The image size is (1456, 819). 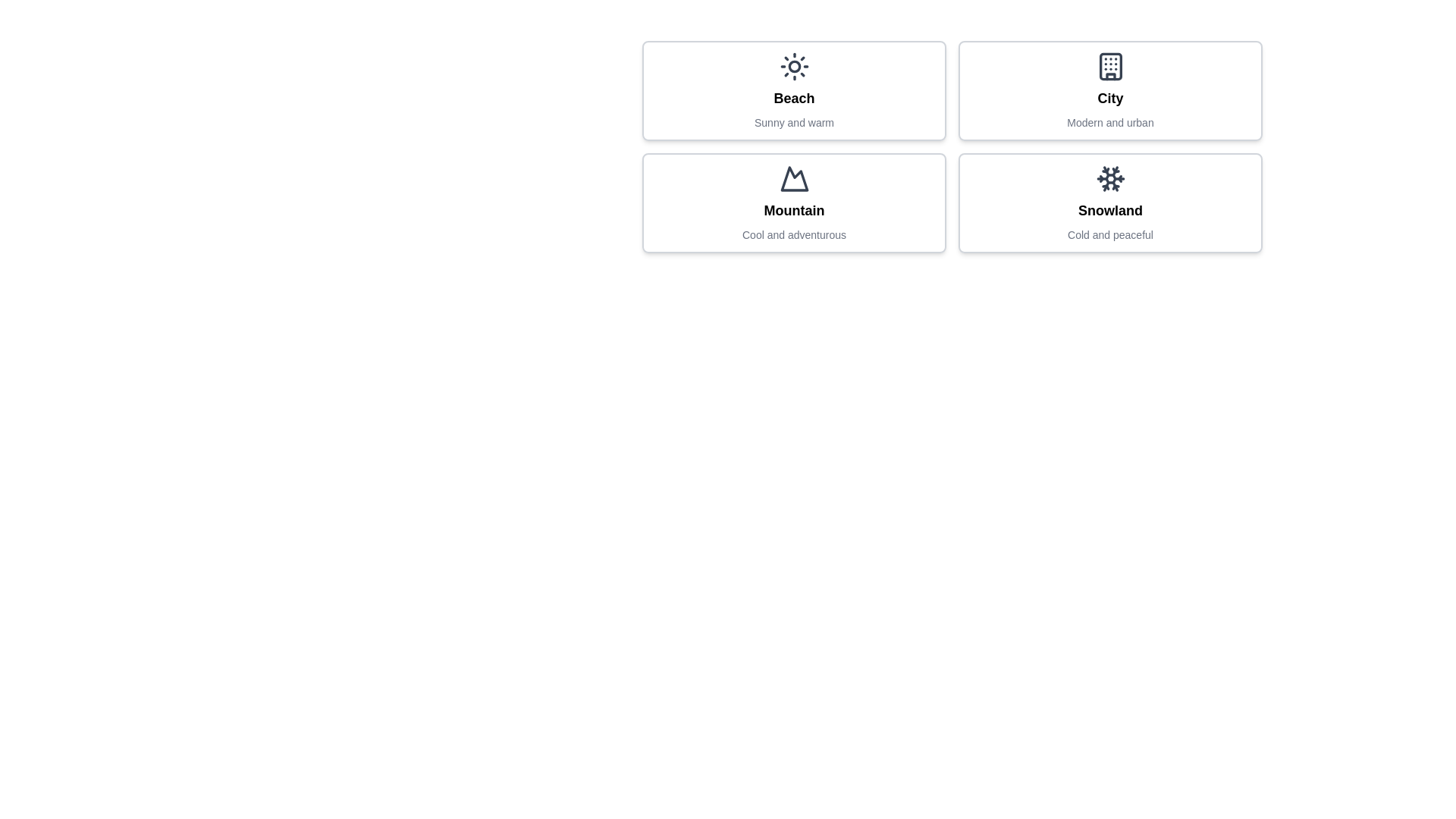 I want to click on the stylized building icon located in the 'City' box in the top right quadrant of the grid, characterized by rounded corners and dot-like window details, so click(x=1110, y=66).